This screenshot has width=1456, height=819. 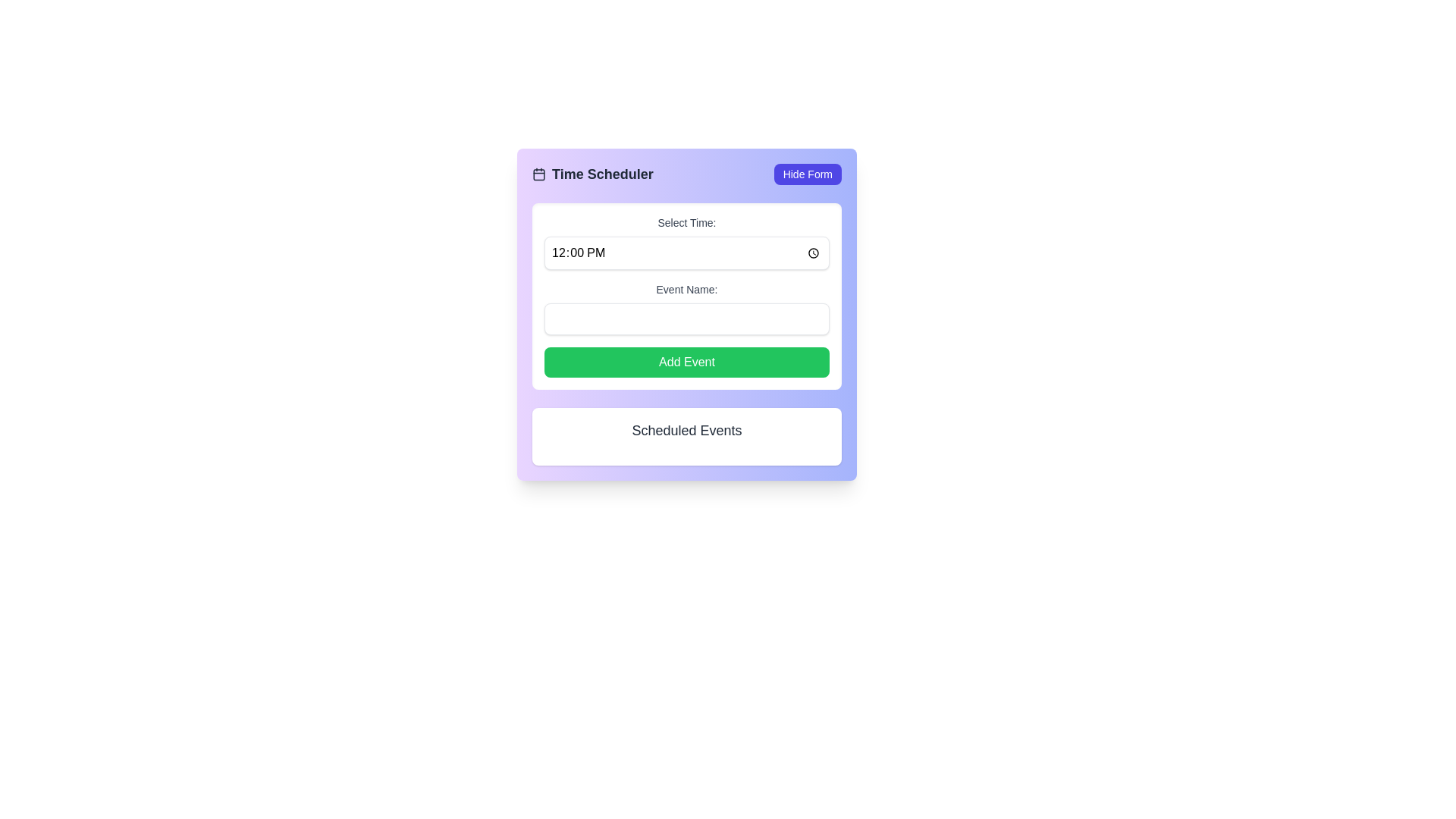 What do you see at coordinates (538, 174) in the screenshot?
I see `the appearance of the scheduling icon located to the immediate left of the bold text 'Time Scheduler' within the header of the card UI` at bounding box center [538, 174].